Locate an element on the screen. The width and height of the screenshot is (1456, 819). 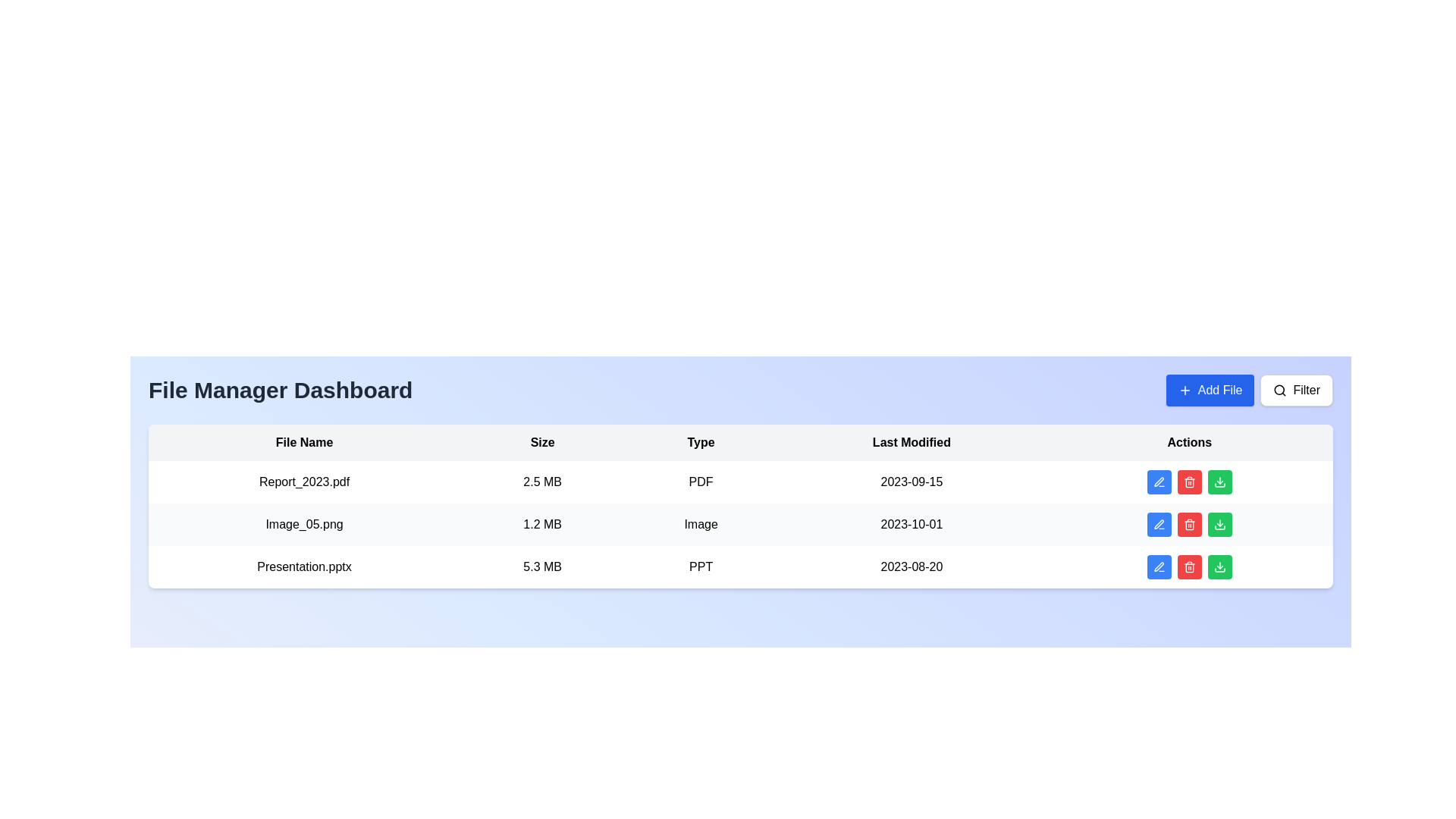
the third row of the table is located at coordinates (741, 567).